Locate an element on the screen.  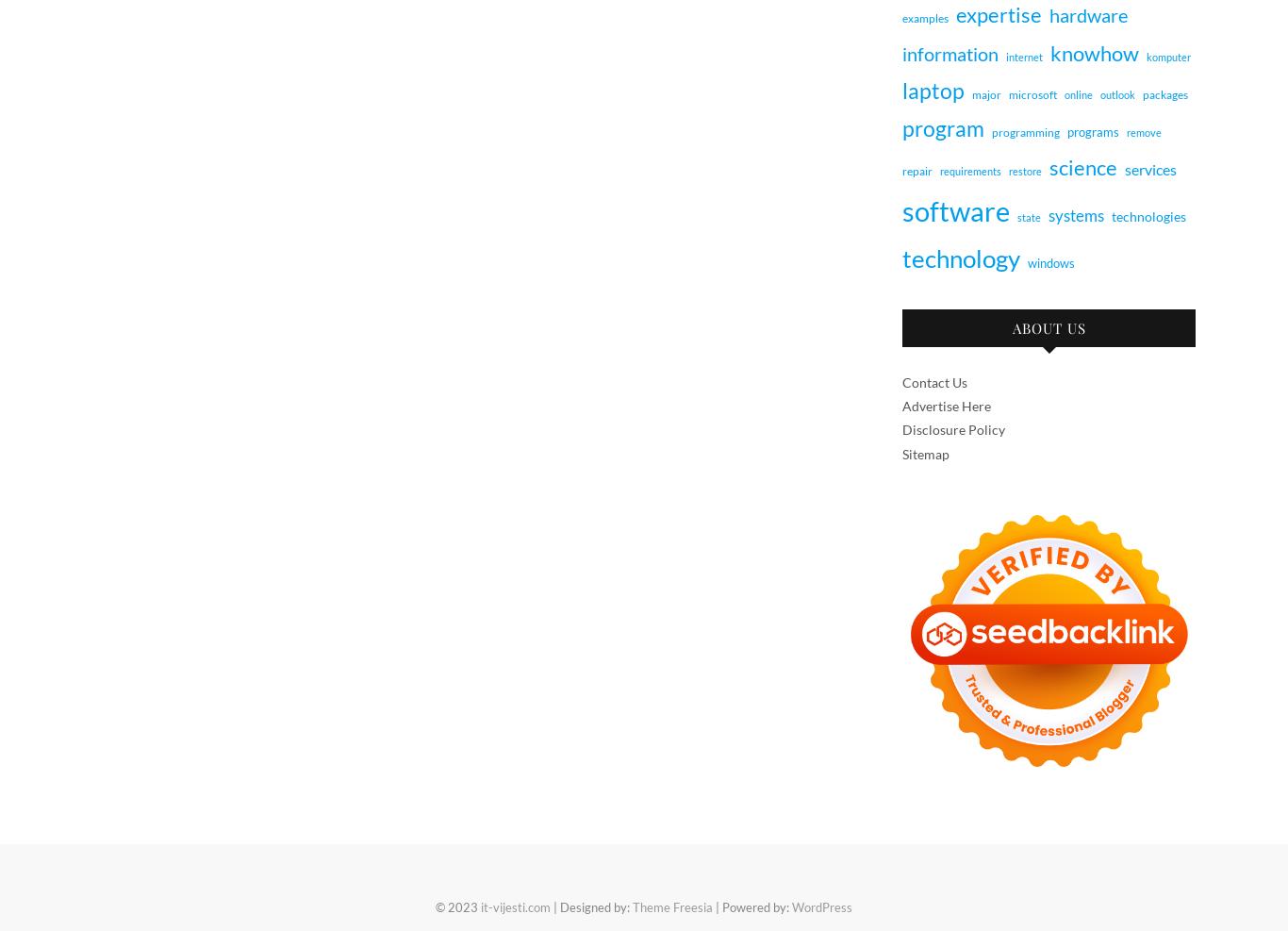
'programming' is located at coordinates (1025, 132).